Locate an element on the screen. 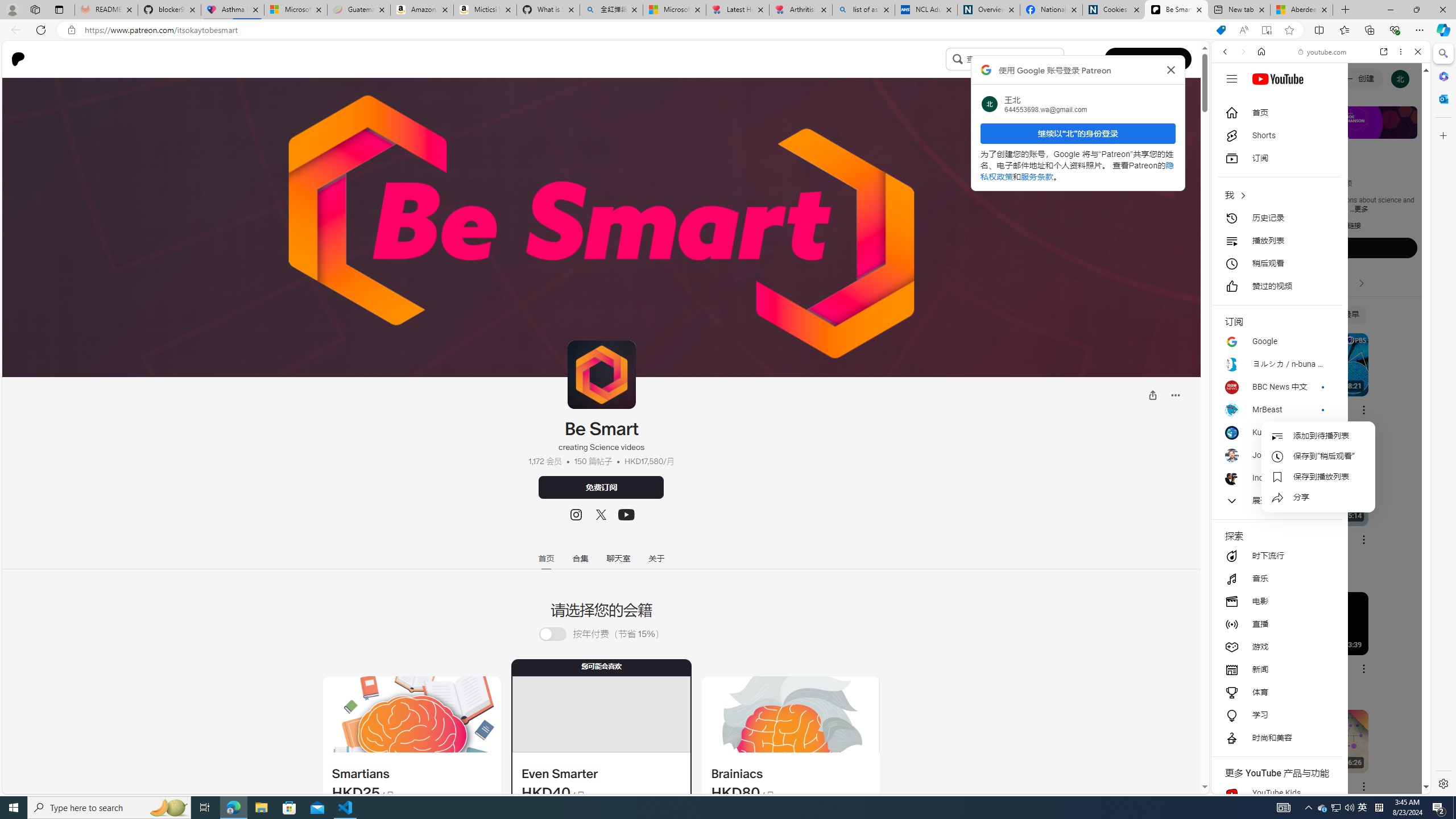 The width and height of the screenshot is (1456, 819). 'Class: dict_pnIcon rms_img' is located at coordinates (1312, 784).